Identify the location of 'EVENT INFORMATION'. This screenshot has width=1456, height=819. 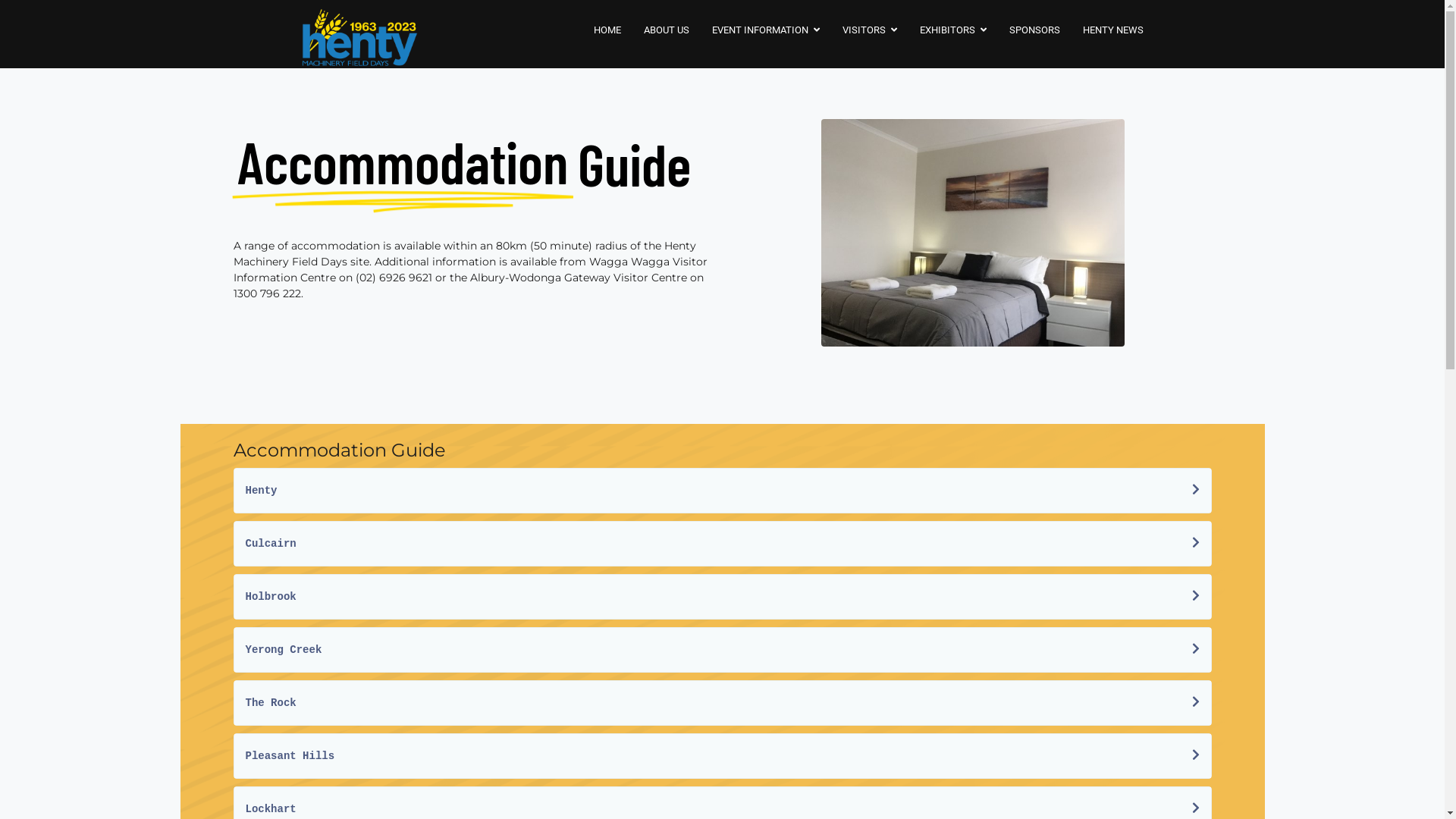
(765, 30).